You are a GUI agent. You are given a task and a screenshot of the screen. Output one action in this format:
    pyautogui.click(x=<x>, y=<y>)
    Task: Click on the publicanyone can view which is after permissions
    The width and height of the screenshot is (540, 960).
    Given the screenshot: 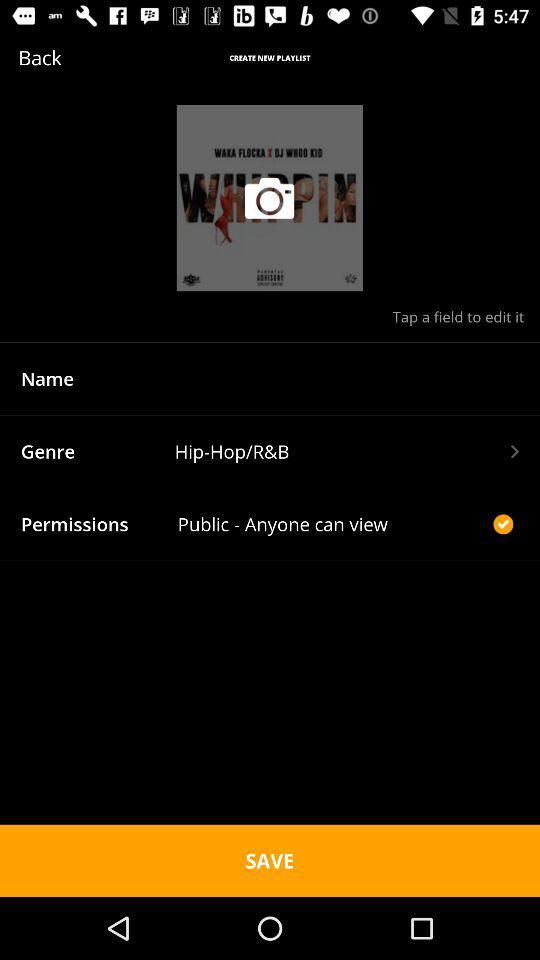 What is the action you would take?
    pyautogui.click(x=333, y=523)
    